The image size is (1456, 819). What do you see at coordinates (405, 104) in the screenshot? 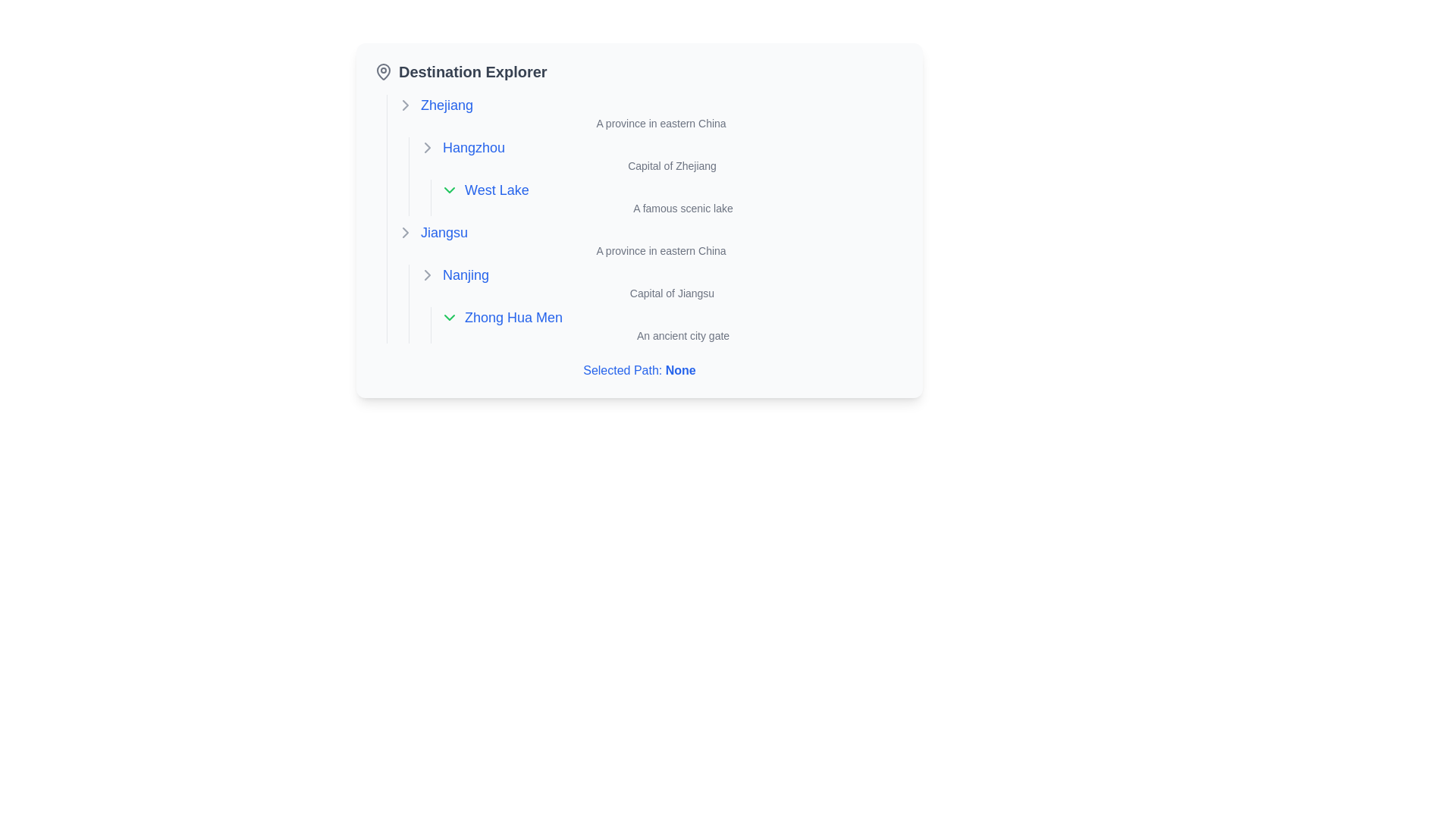
I see `the Chevron Icon next to the 'Zhejiang' label in the expandable list` at bounding box center [405, 104].